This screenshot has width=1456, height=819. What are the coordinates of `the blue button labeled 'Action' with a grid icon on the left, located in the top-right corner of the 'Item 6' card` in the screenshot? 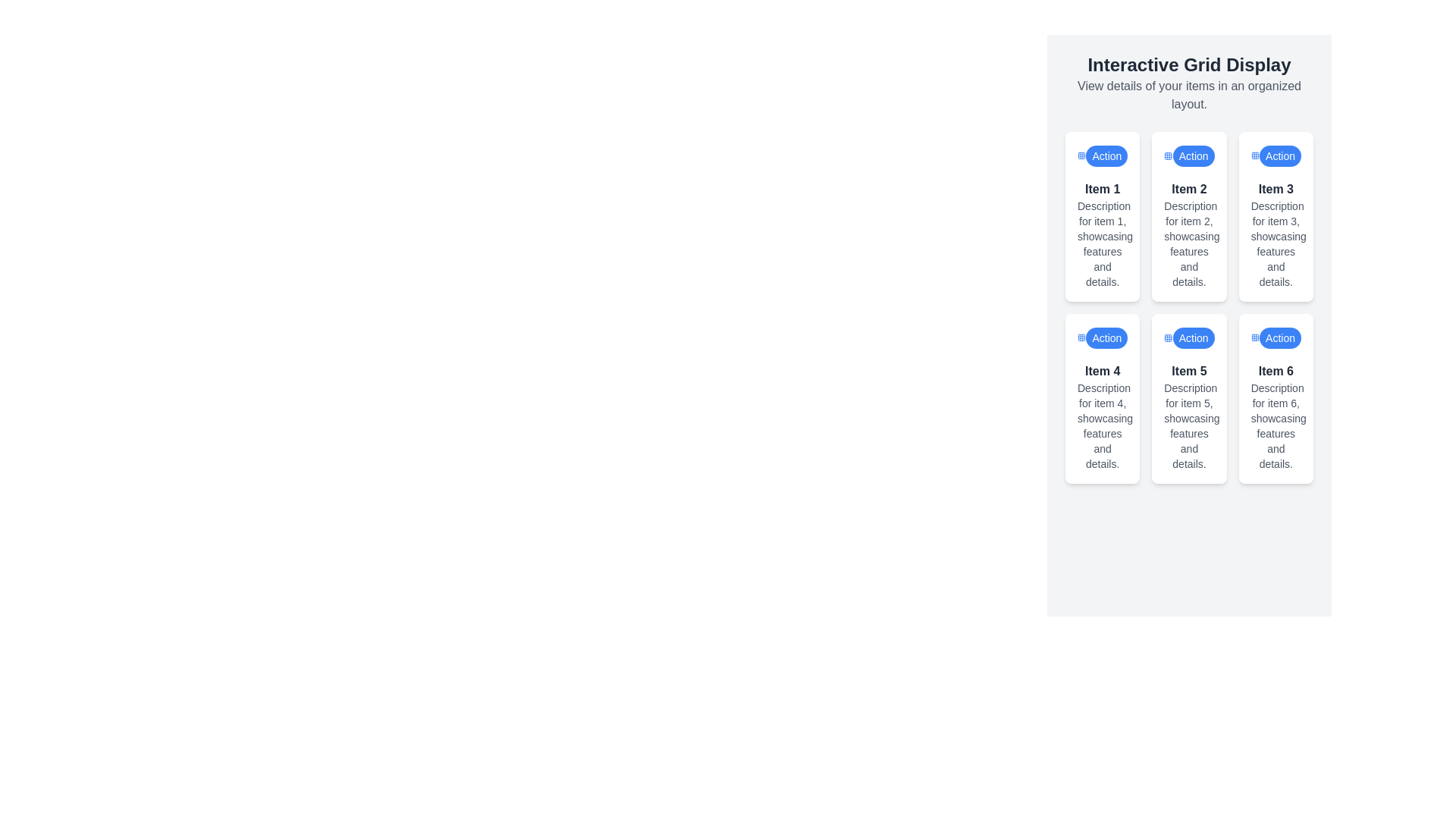 It's located at (1275, 337).